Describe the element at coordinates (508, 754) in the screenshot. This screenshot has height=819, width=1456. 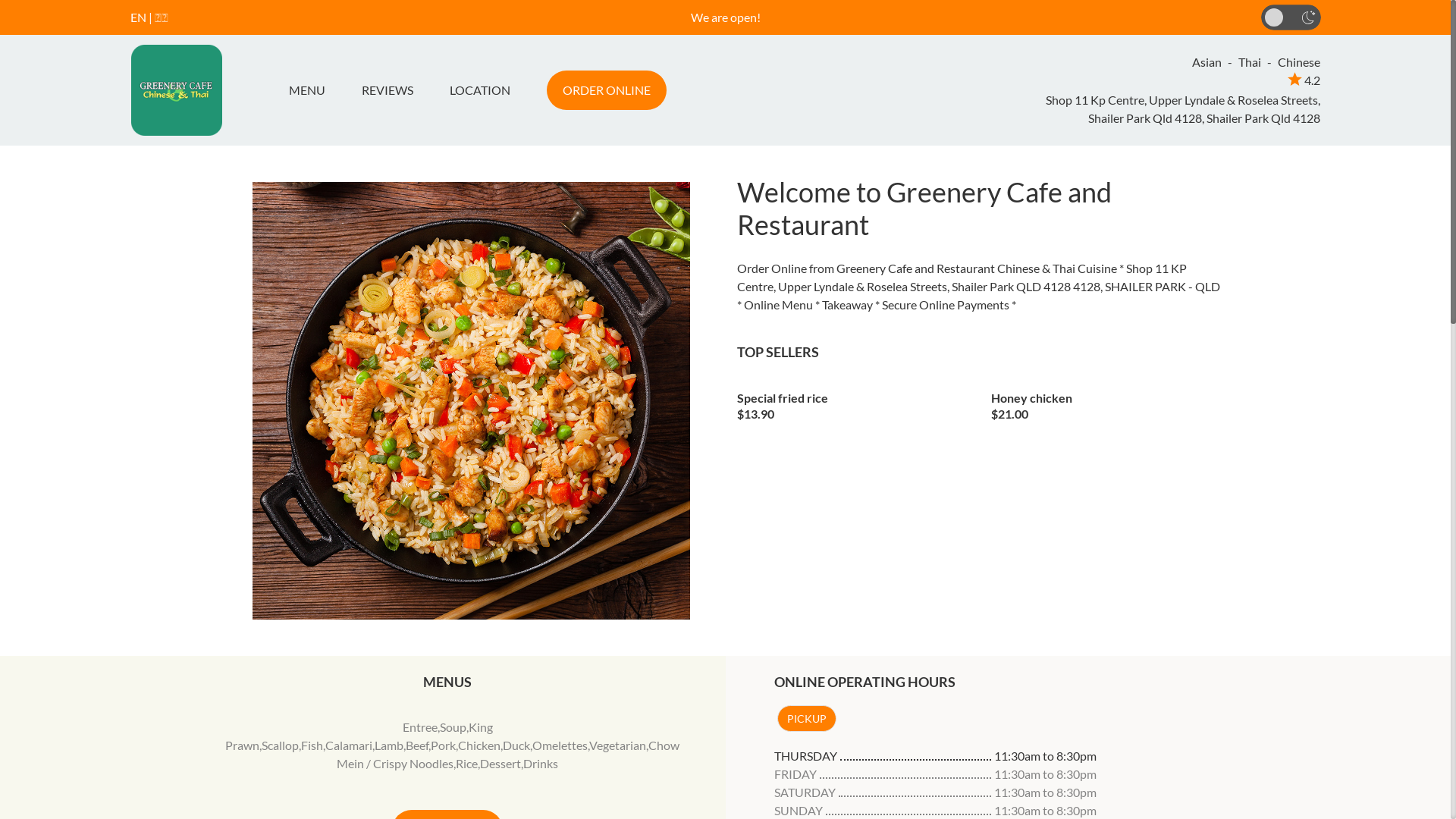
I see `'Chow Mein / Crispy Noodles'` at that location.